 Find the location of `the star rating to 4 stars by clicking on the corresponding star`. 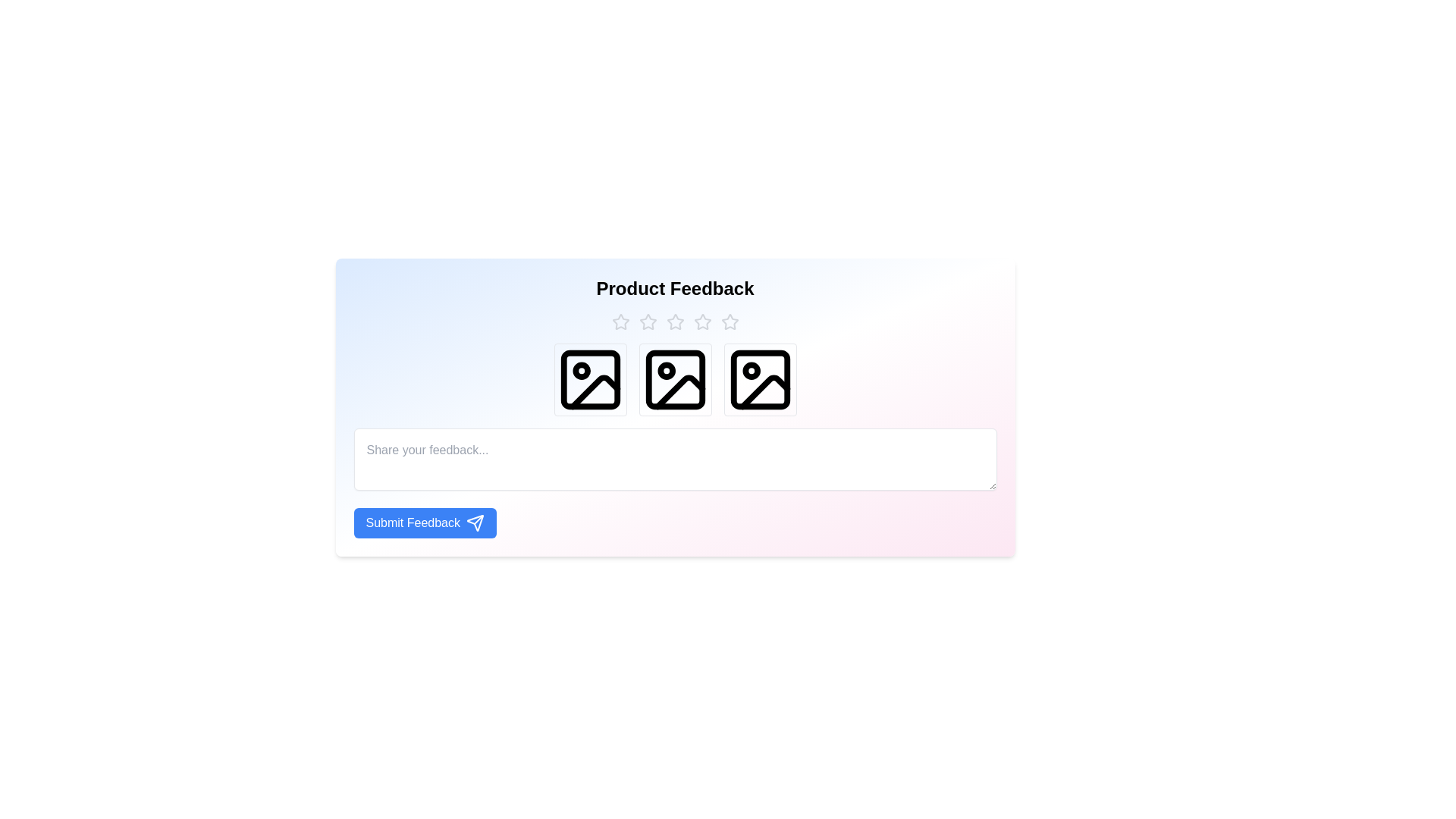

the star rating to 4 stars by clicking on the corresponding star is located at coordinates (701, 321).